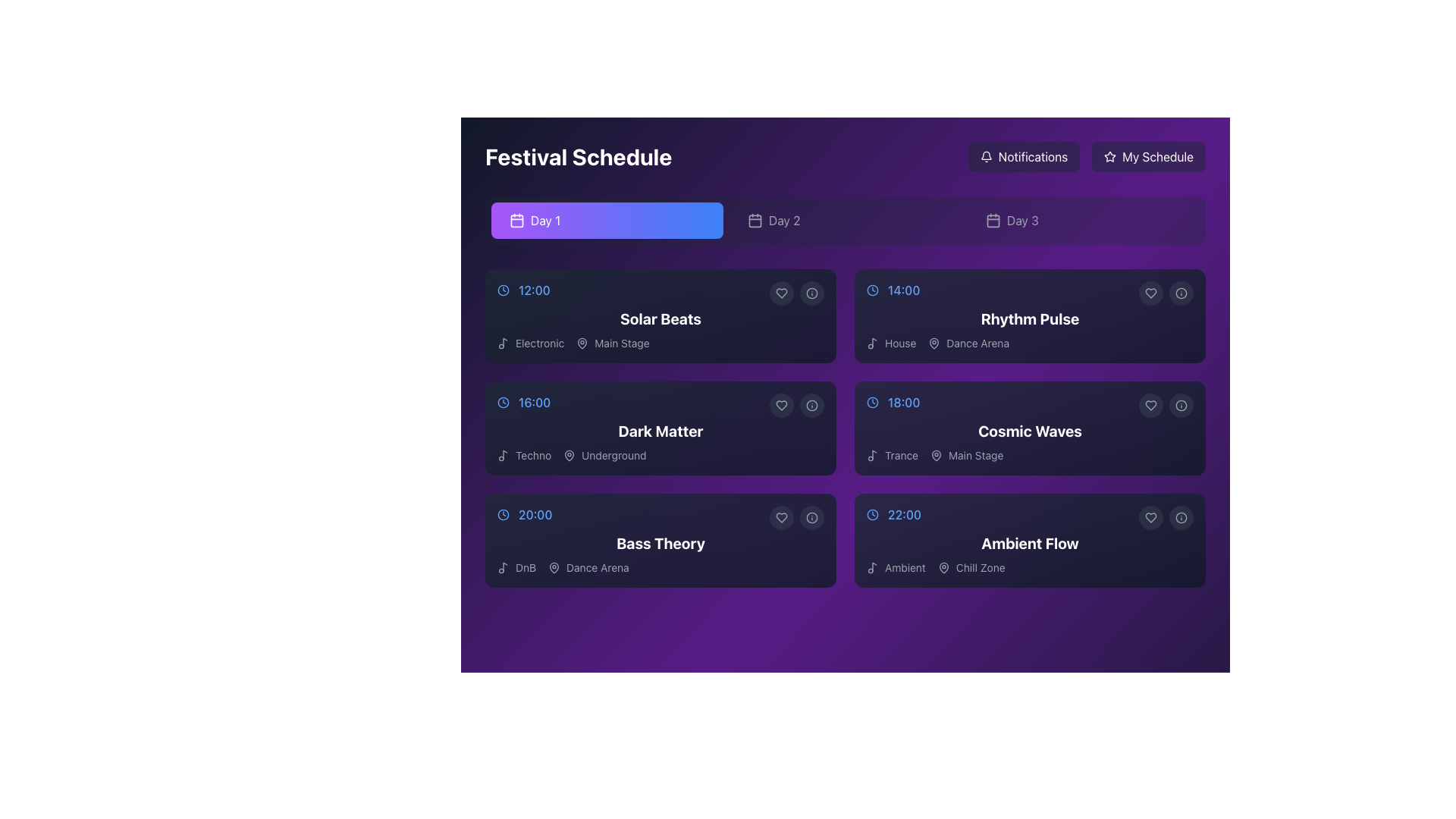 This screenshot has height=819, width=1456. What do you see at coordinates (891, 343) in the screenshot?
I see `the 'House' text label with a musical note icon in the 'Rhythm Pulse' event entry under the 'Day 1' tab to interact` at bounding box center [891, 343].